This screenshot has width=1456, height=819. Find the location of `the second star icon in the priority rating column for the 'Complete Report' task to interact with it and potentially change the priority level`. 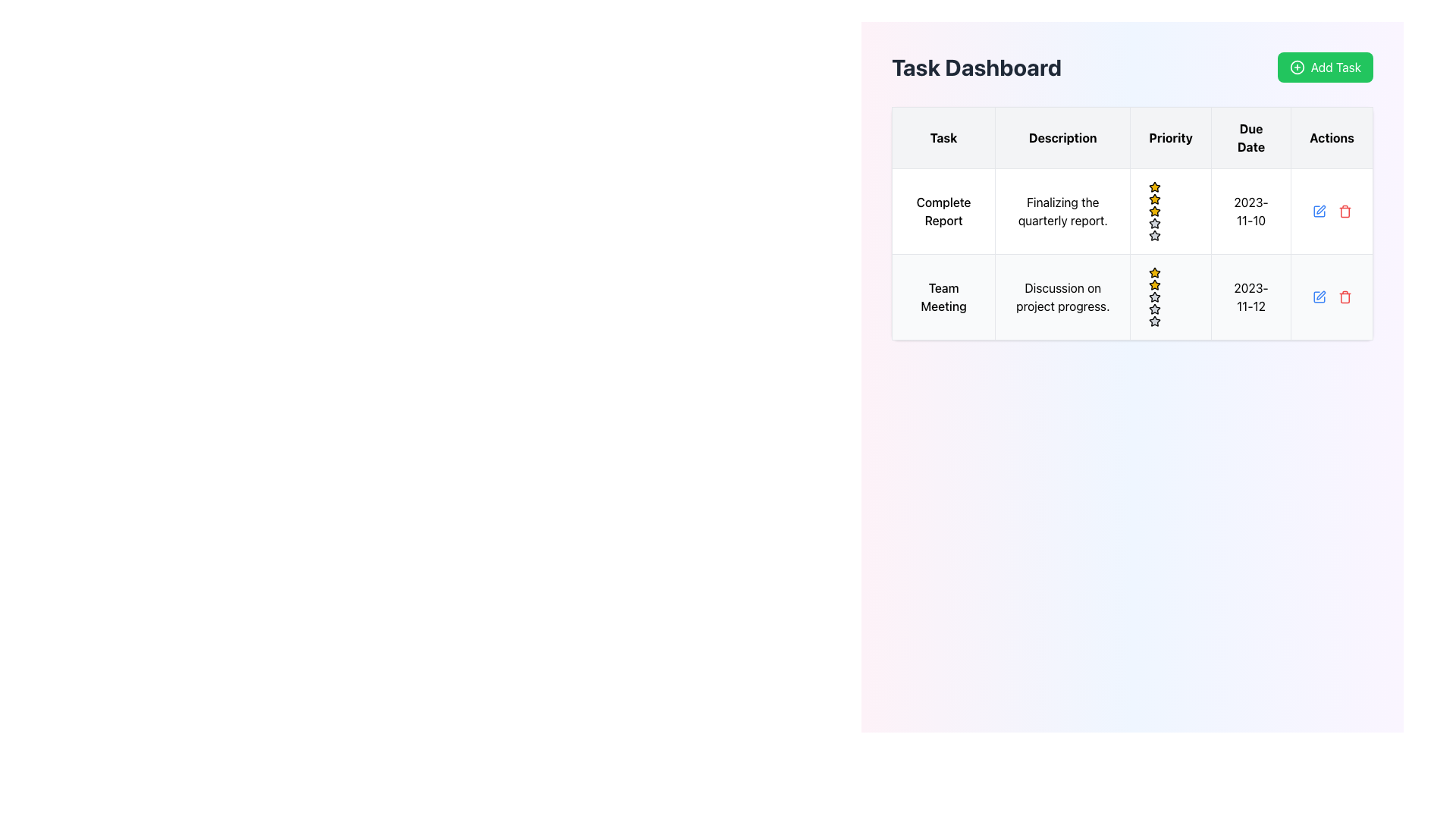

the second star icon in the priority rating column for the 'Complete Report' task to interact with it and potentially change the priority level is located at coordinates (1154, 211).